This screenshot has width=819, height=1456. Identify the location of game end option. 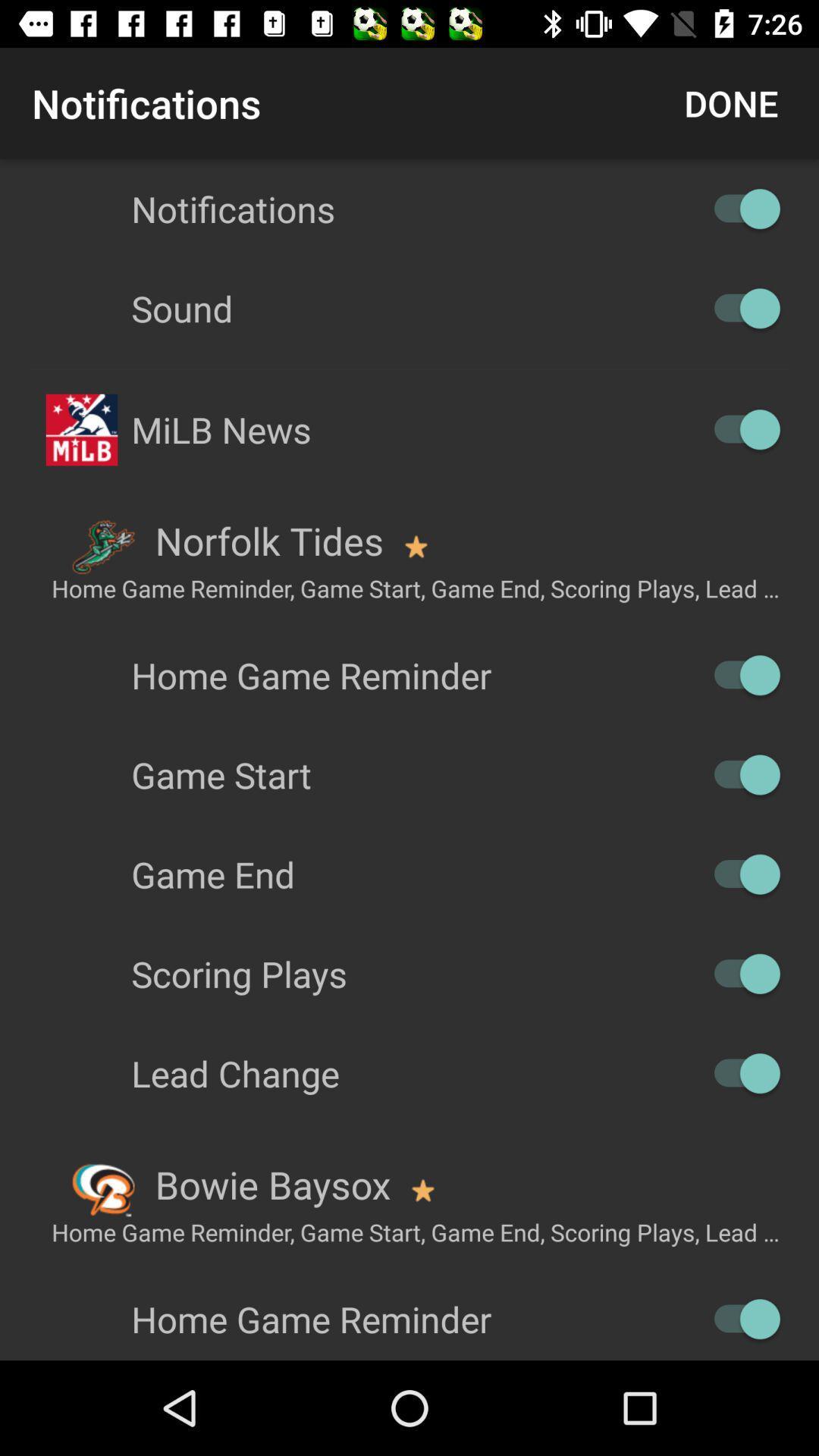
(739, 874).